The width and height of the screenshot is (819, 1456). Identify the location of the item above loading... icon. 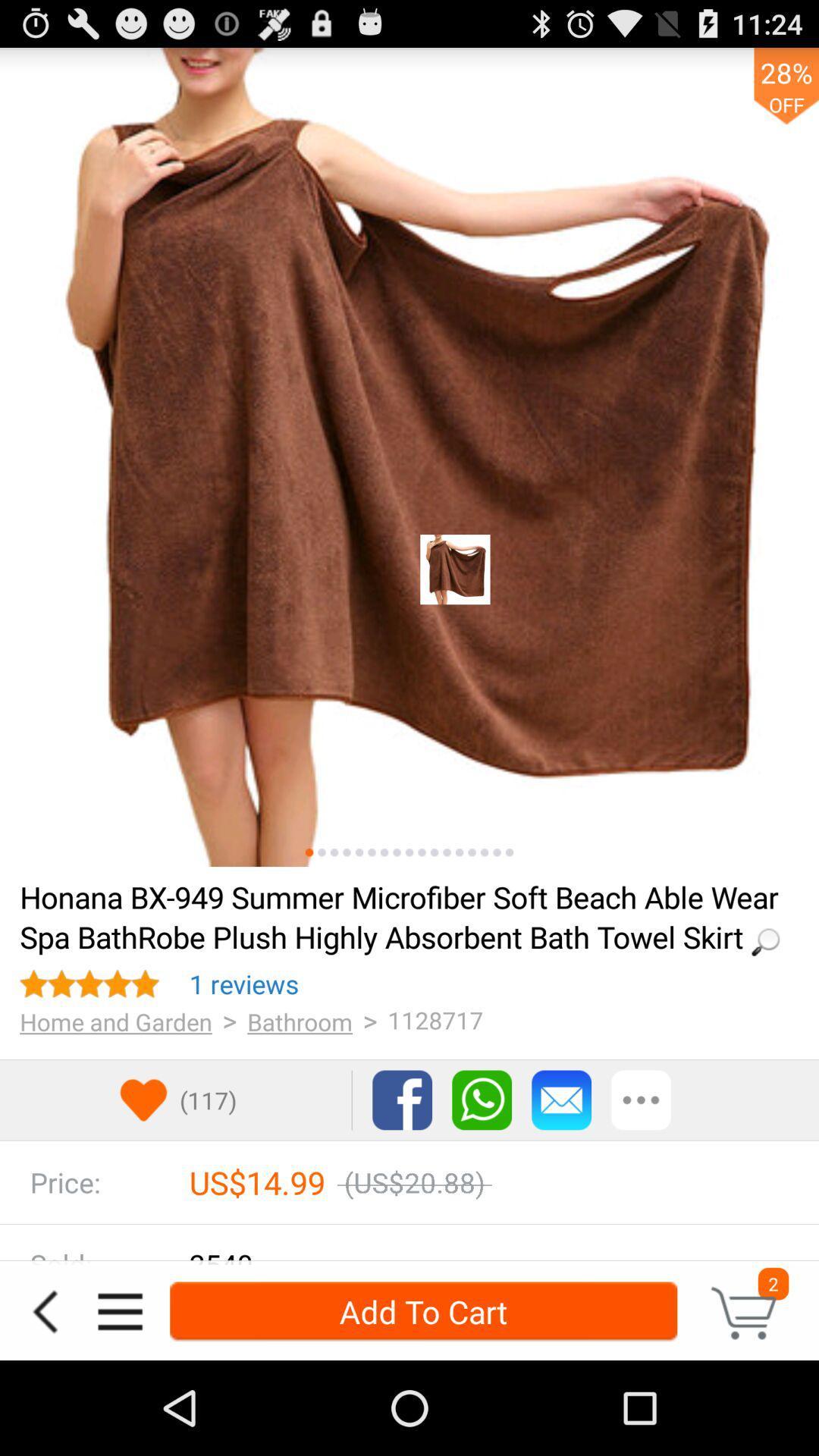
(359, 852).